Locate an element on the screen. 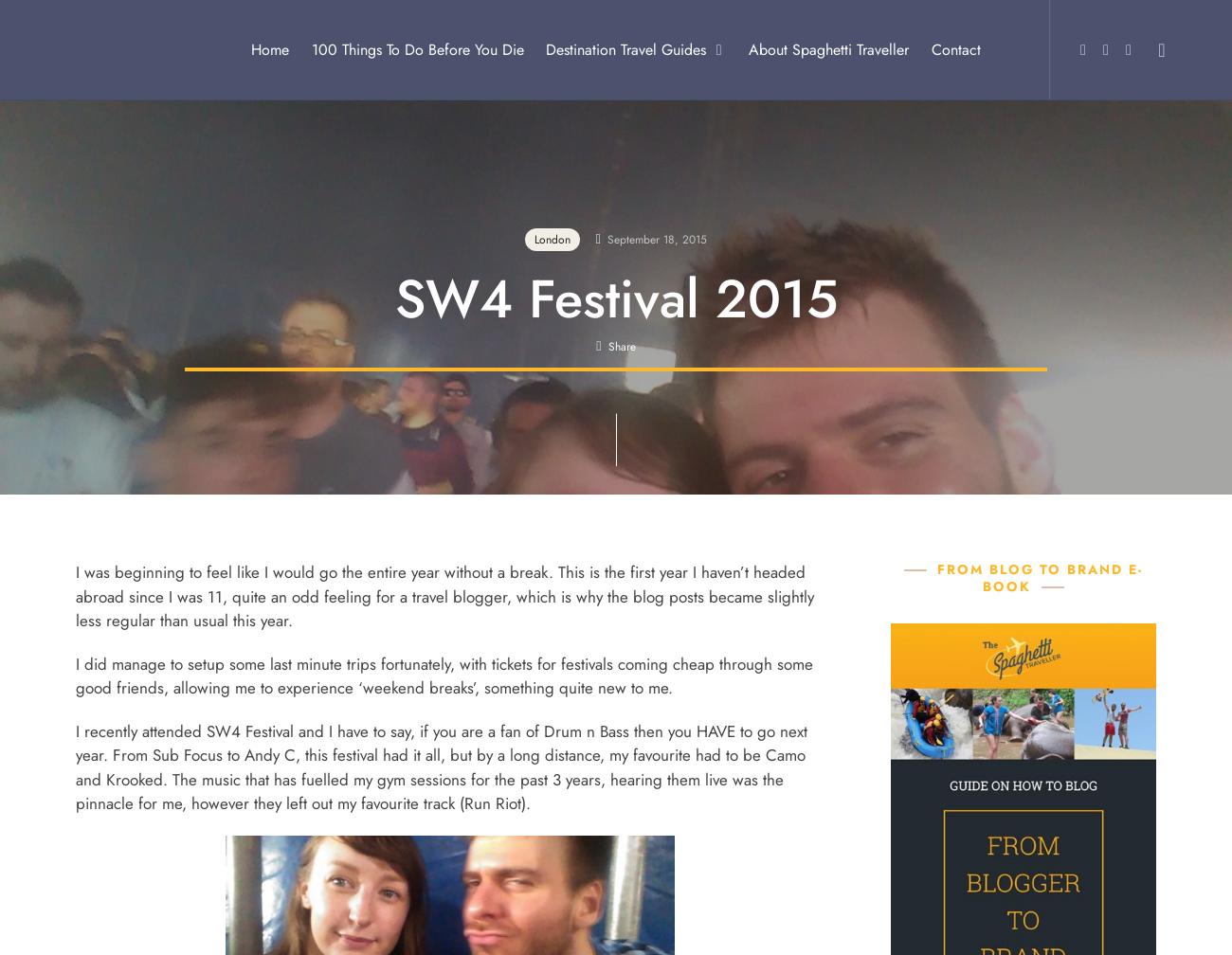 The height and width of the screenshot is (955, 1232). 'Email' is located at coordinates (617, 490).